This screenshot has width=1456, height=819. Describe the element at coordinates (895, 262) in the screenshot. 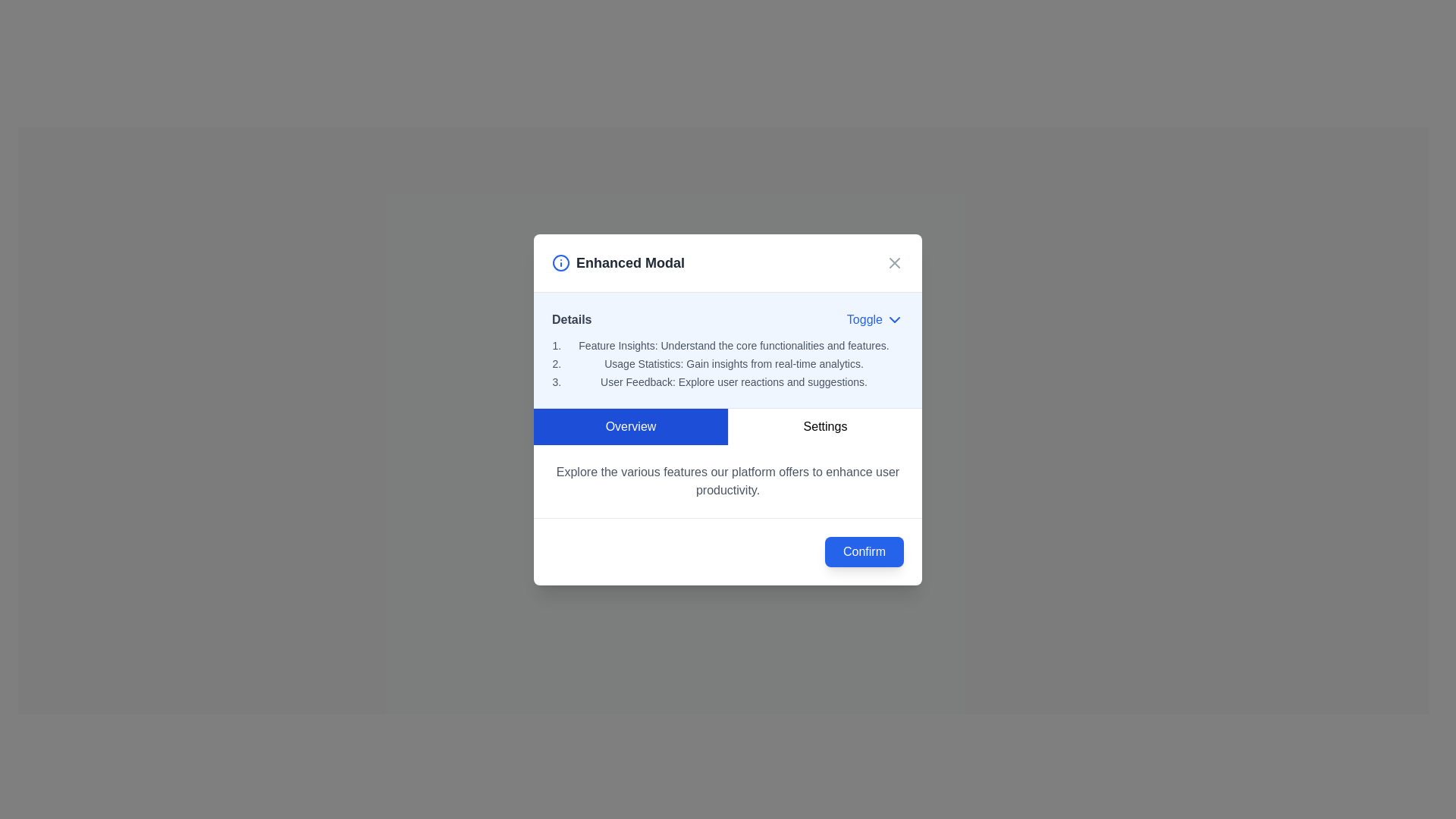

I see `the Close button (icon) located in the top-right corner of the 'Enhanced Modal'` at that location.